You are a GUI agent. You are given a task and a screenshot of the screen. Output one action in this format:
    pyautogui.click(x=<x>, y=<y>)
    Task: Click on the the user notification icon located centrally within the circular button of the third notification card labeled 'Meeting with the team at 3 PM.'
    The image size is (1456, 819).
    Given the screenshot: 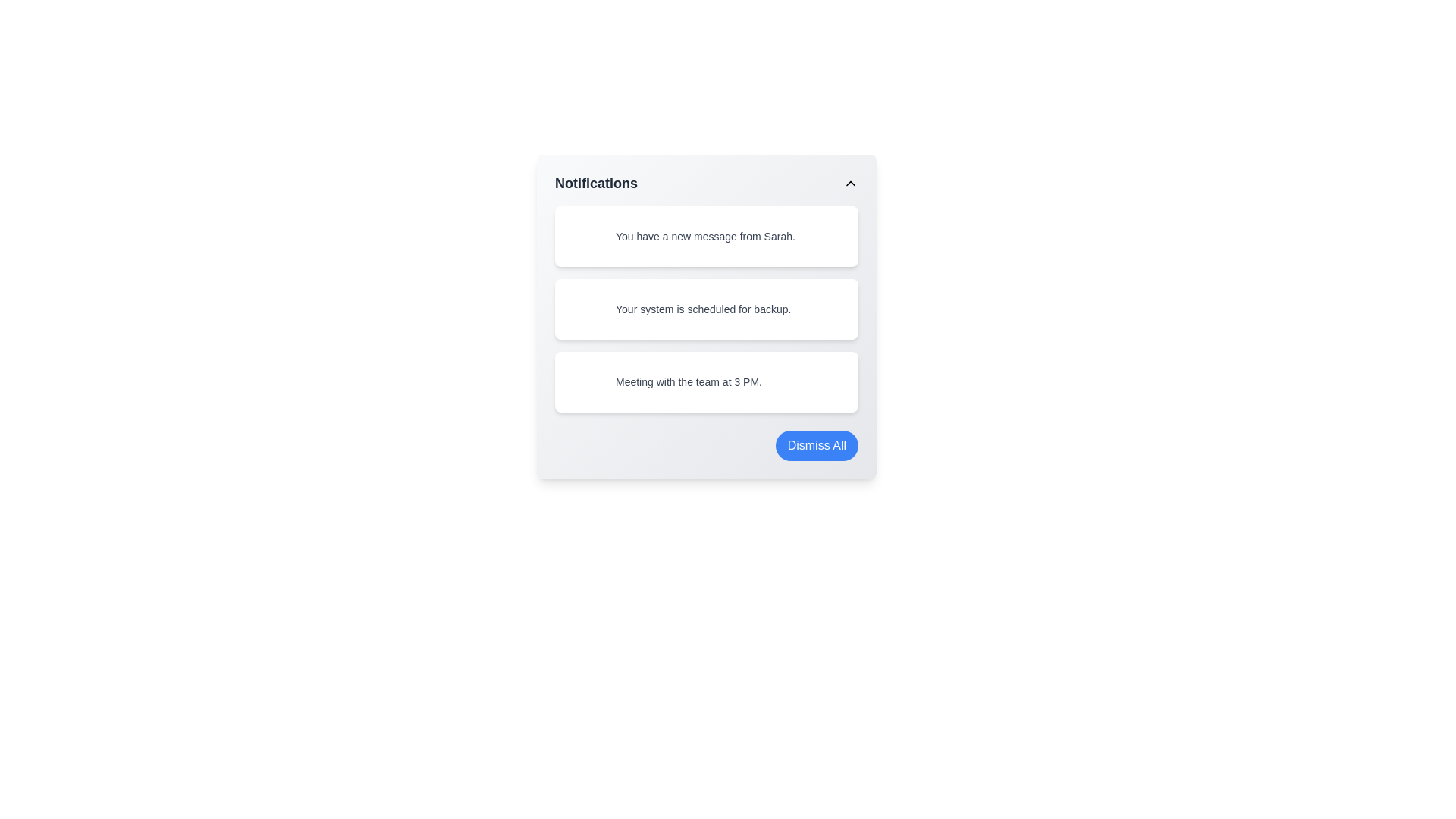 What is the action you would take?
    pyautogui.click(x=585, y=381)
    